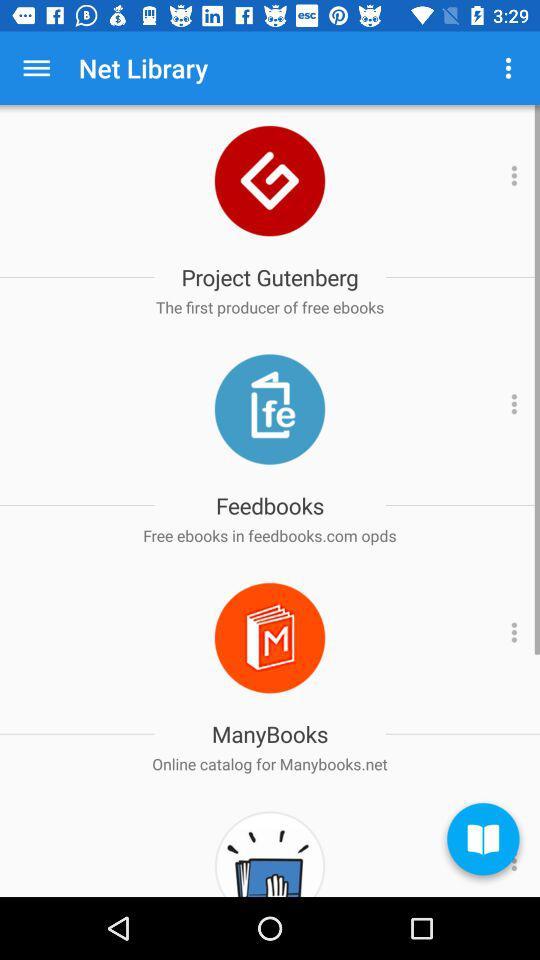 This screenshot has height=960, width=540. What do you see at coordinates (270, 763) in the screenshot?
I see `the item below manybooks` at bounding box center [270, 763].